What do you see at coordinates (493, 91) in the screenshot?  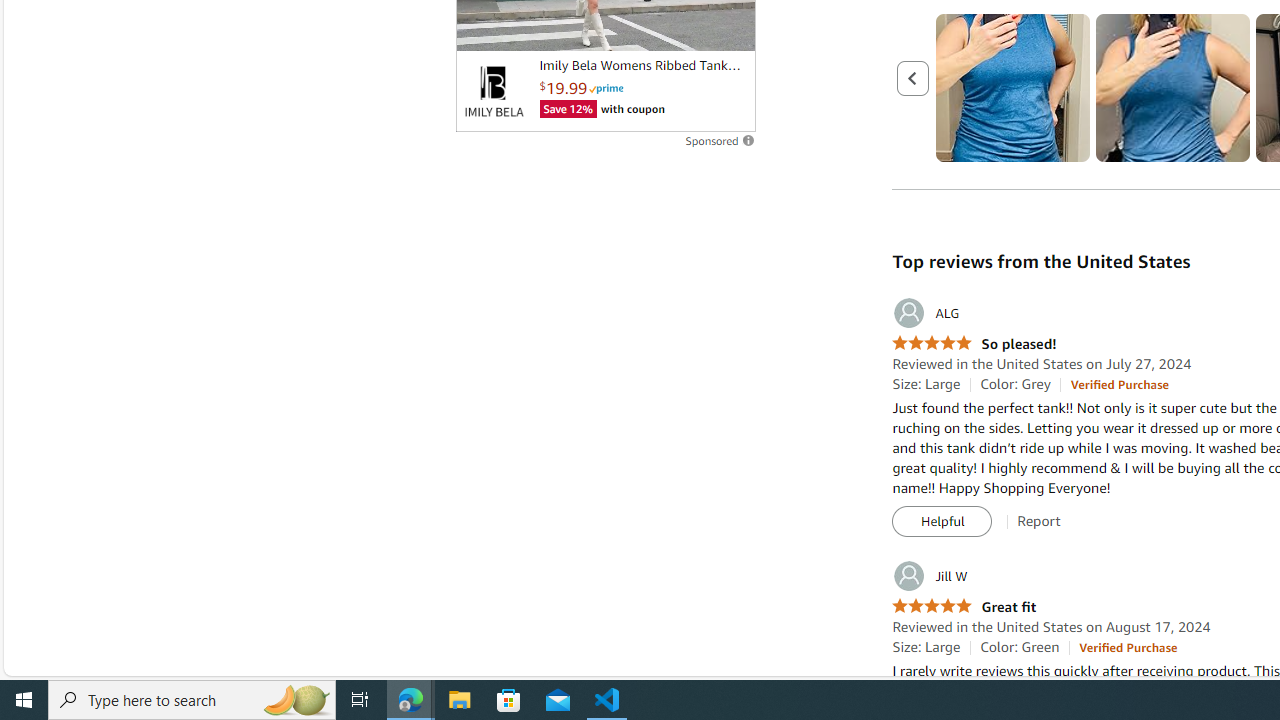 I see `'Logo'` at bounding box center [493, 91].